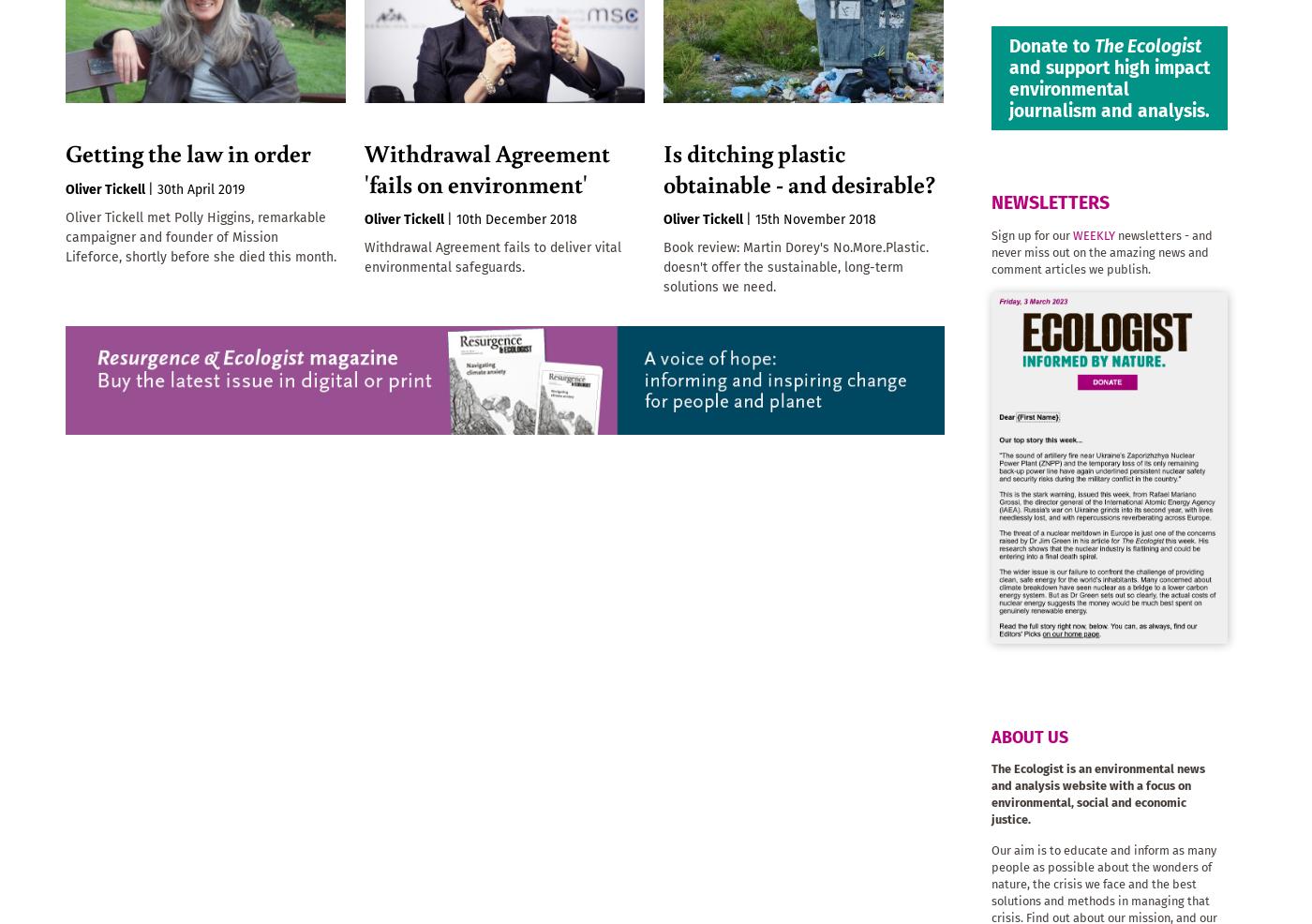  What do you see at coordinates (1101, 252) in the screenshot?
I see `'newsletters - and never miss out on the amazing news and comment articles we publish.'` at bounding box center [1101, 252].